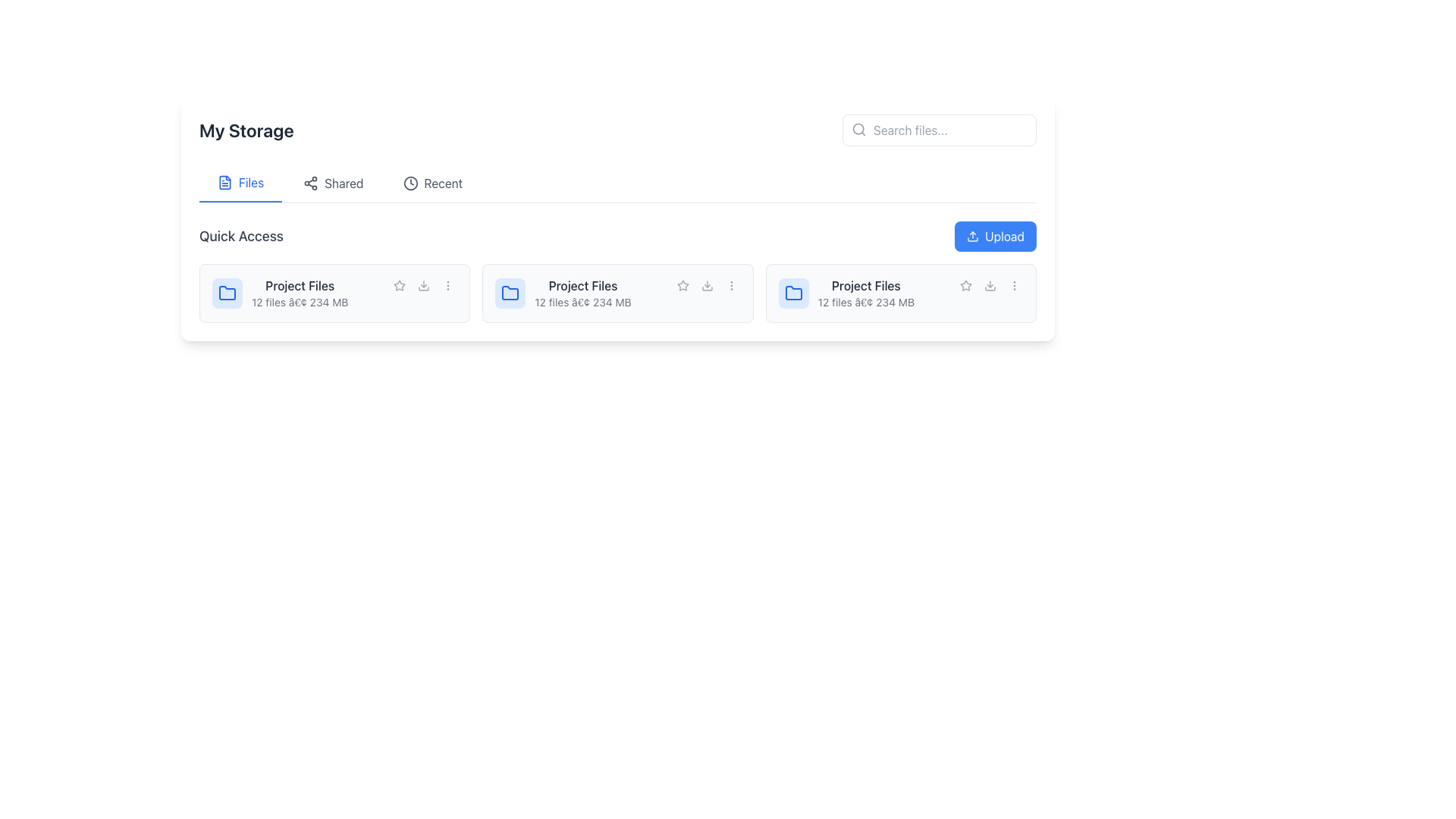  I want to click on the Text label in the horizontal menu near the top-center of the interface, which is the second item after 'Files', so click(343, 183).